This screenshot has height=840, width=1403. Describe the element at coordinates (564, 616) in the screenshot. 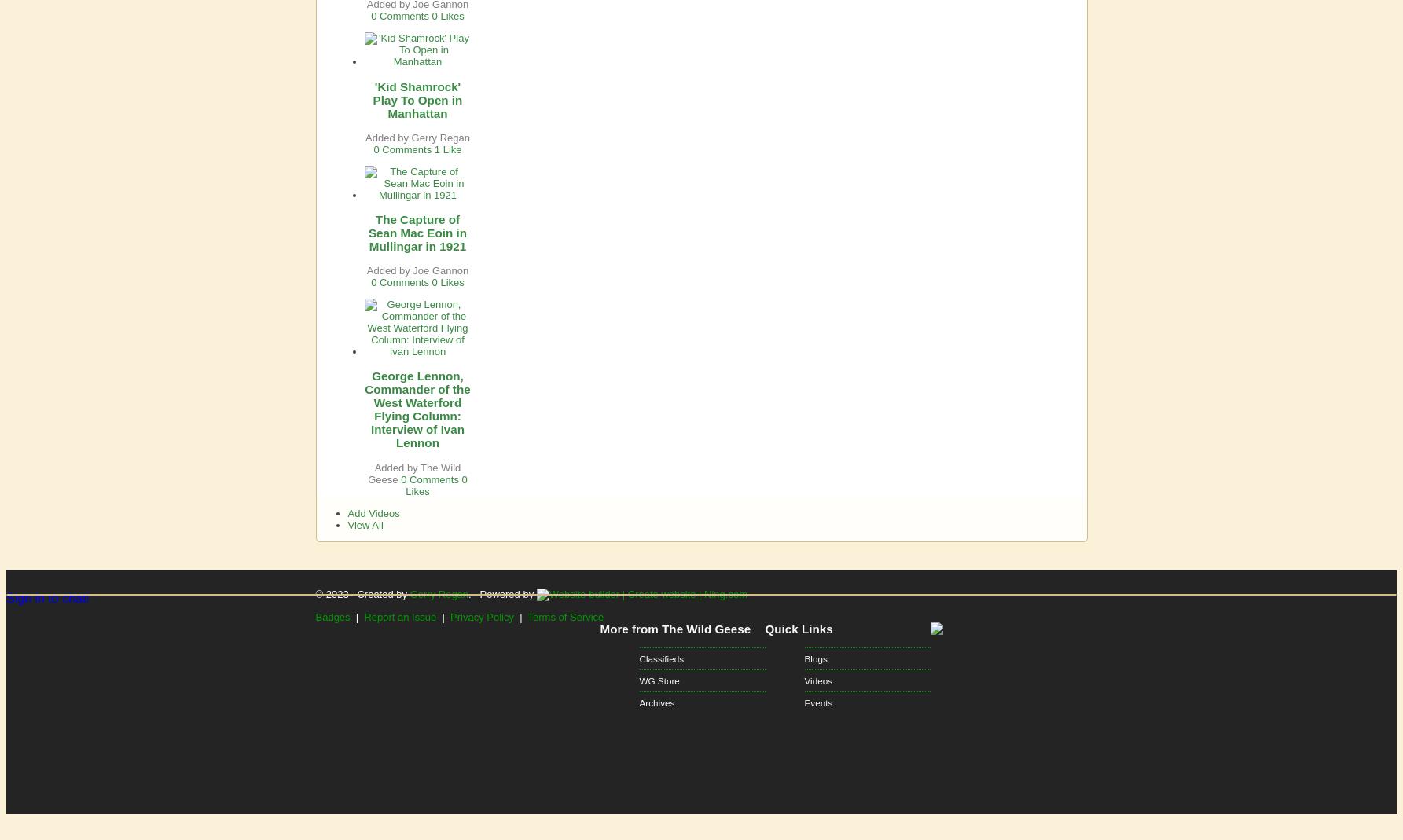

I see `'Terms of Service'` at that location.